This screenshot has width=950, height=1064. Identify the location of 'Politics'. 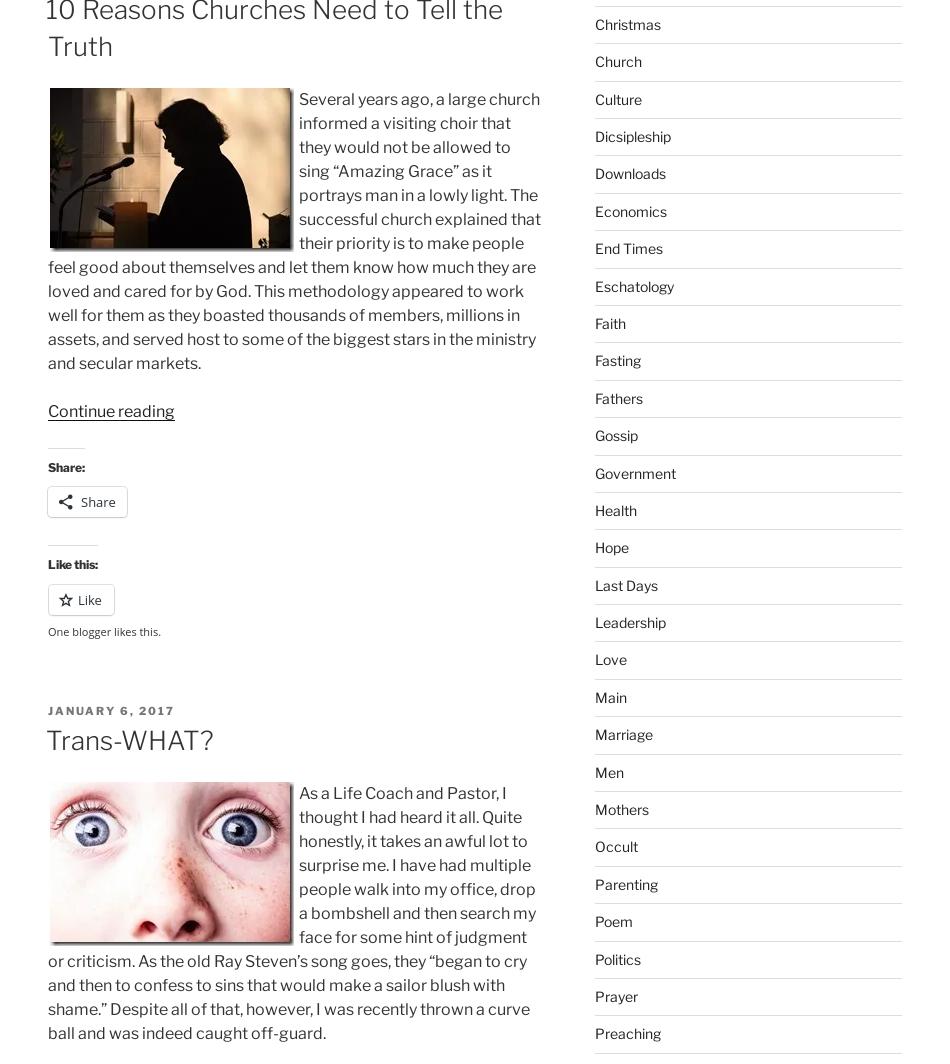
(617, 958).